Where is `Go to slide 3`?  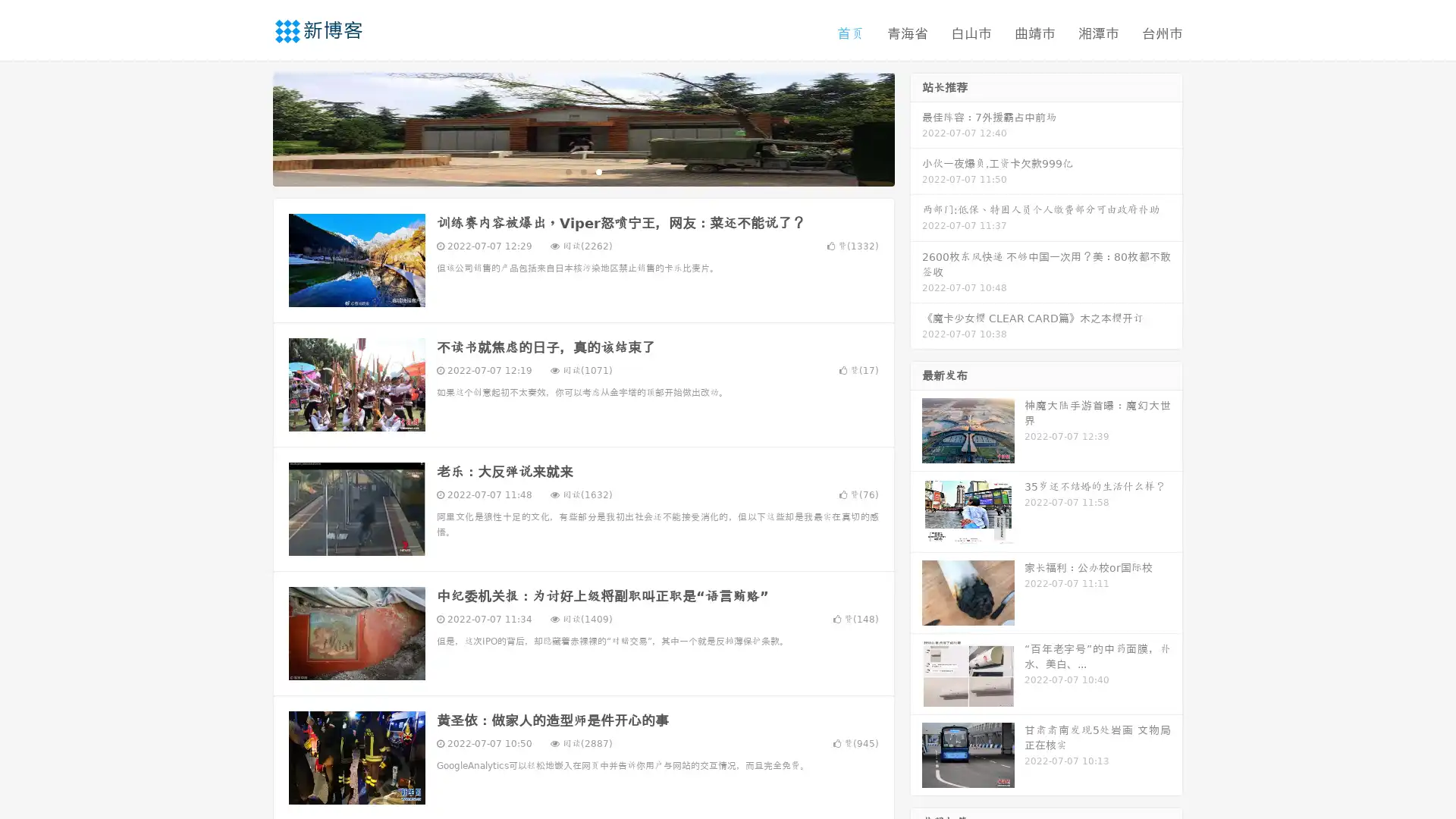
Go to slide 3 is located at coordinates (598, 171).